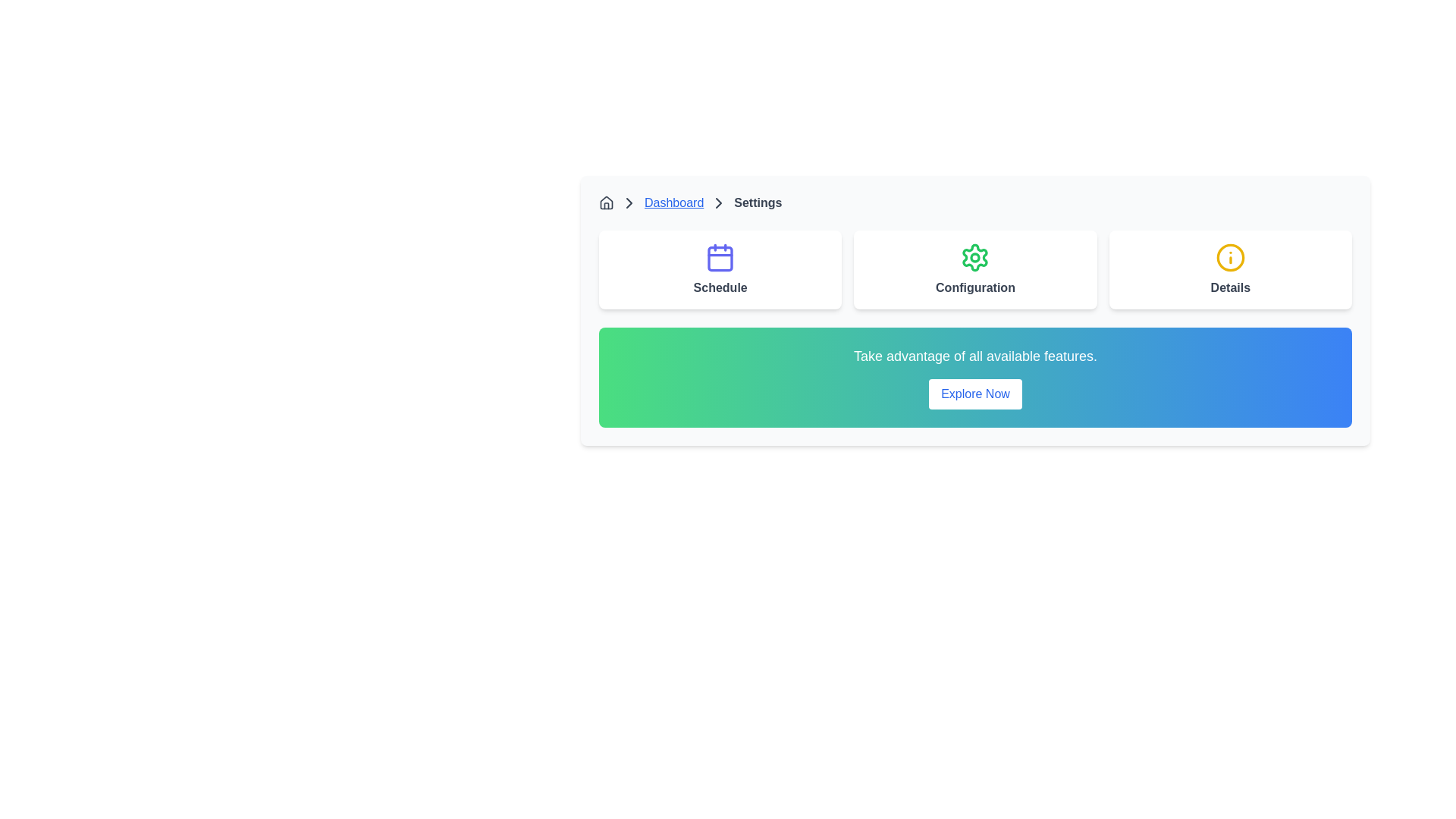 This screenshot has height=819, width=1456. What do you see at coordinates (720, 288) in the screenshot?
I see `the 'Schedule' text label, which is displayed in bold gray font inside a card component below a calendar icon` at bounding box center [720, 288].